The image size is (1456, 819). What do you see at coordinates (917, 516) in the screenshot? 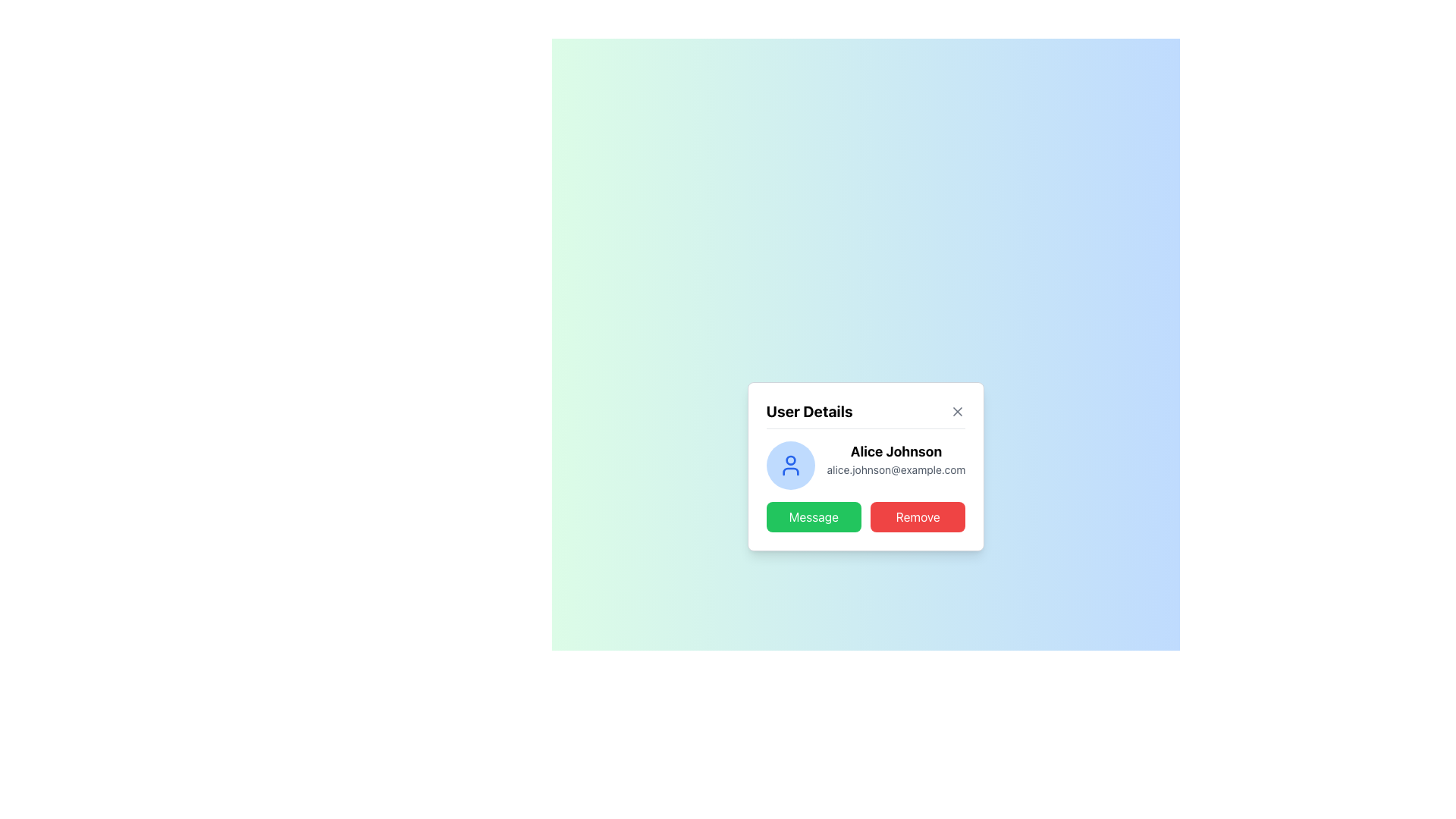
I see `the red 'Remove' button, which is the second button in a horizontal layout` at bounding box center [917, 516].